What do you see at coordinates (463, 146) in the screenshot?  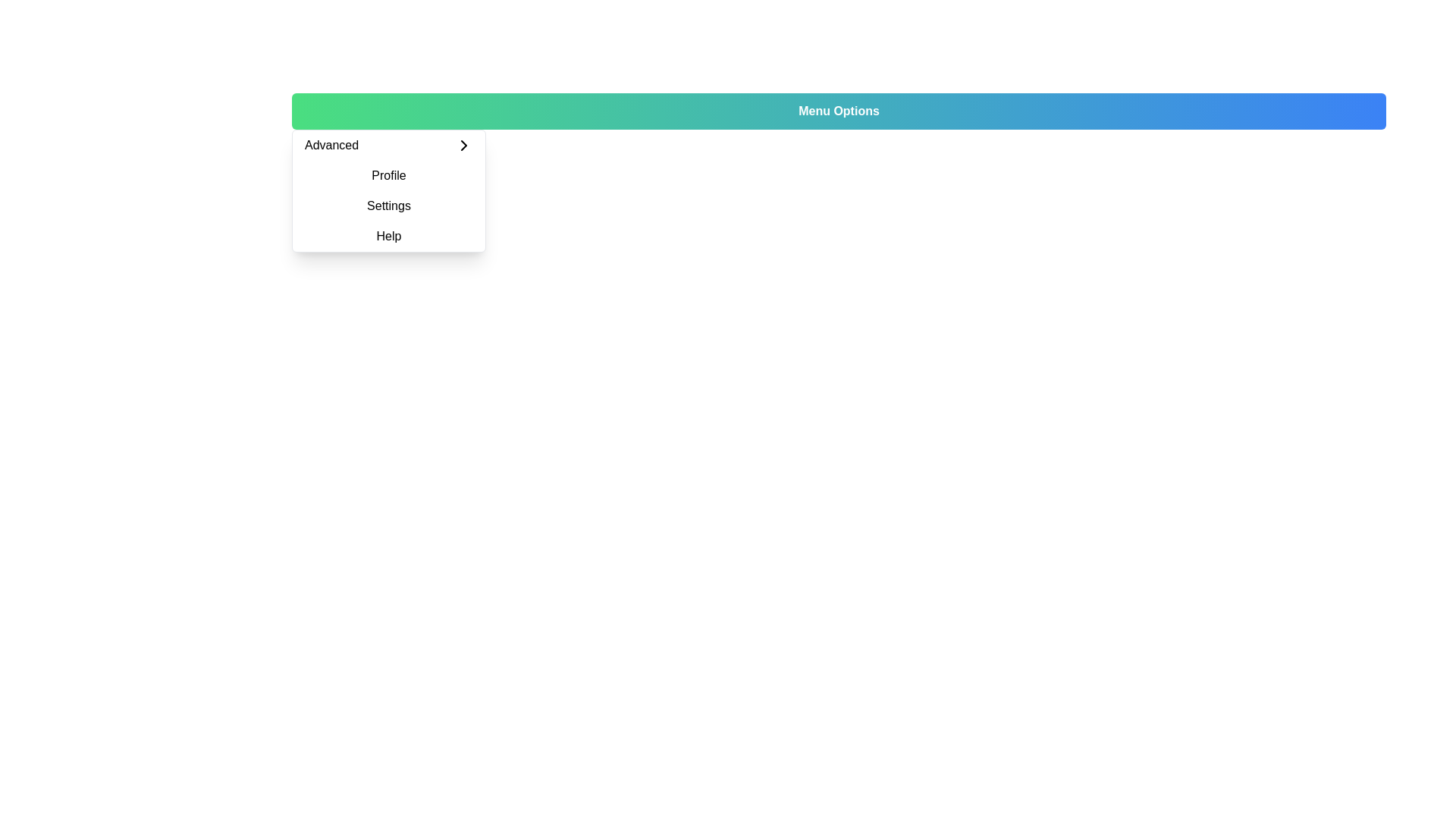 I see `the small right-pointing chevron icon located to the far-right side of the 'Advanced' menu item within the dropdown menu` at bounding box center [463, 146].